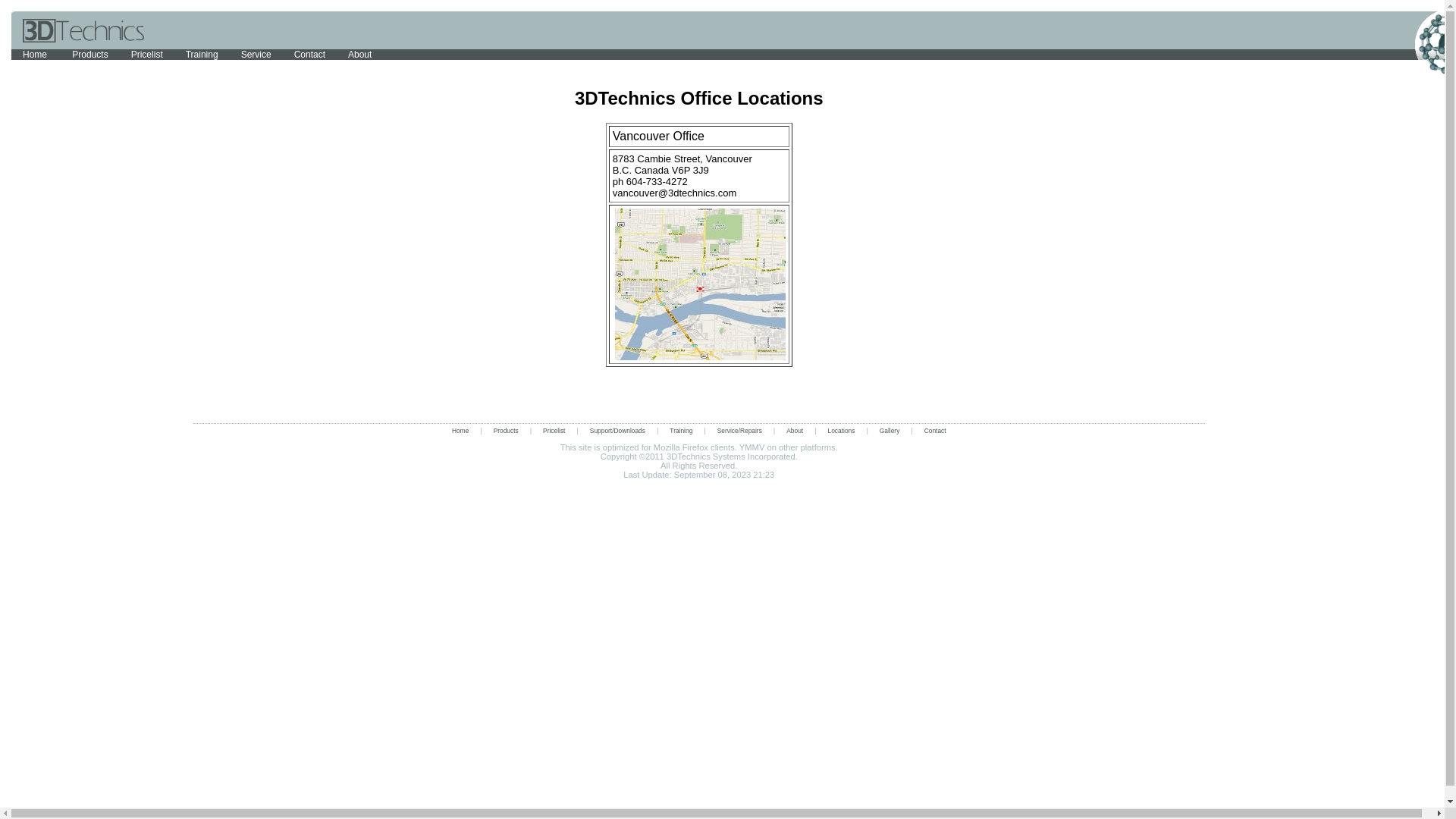  I want to click on 'Service/Repairs', so click(739, 430).